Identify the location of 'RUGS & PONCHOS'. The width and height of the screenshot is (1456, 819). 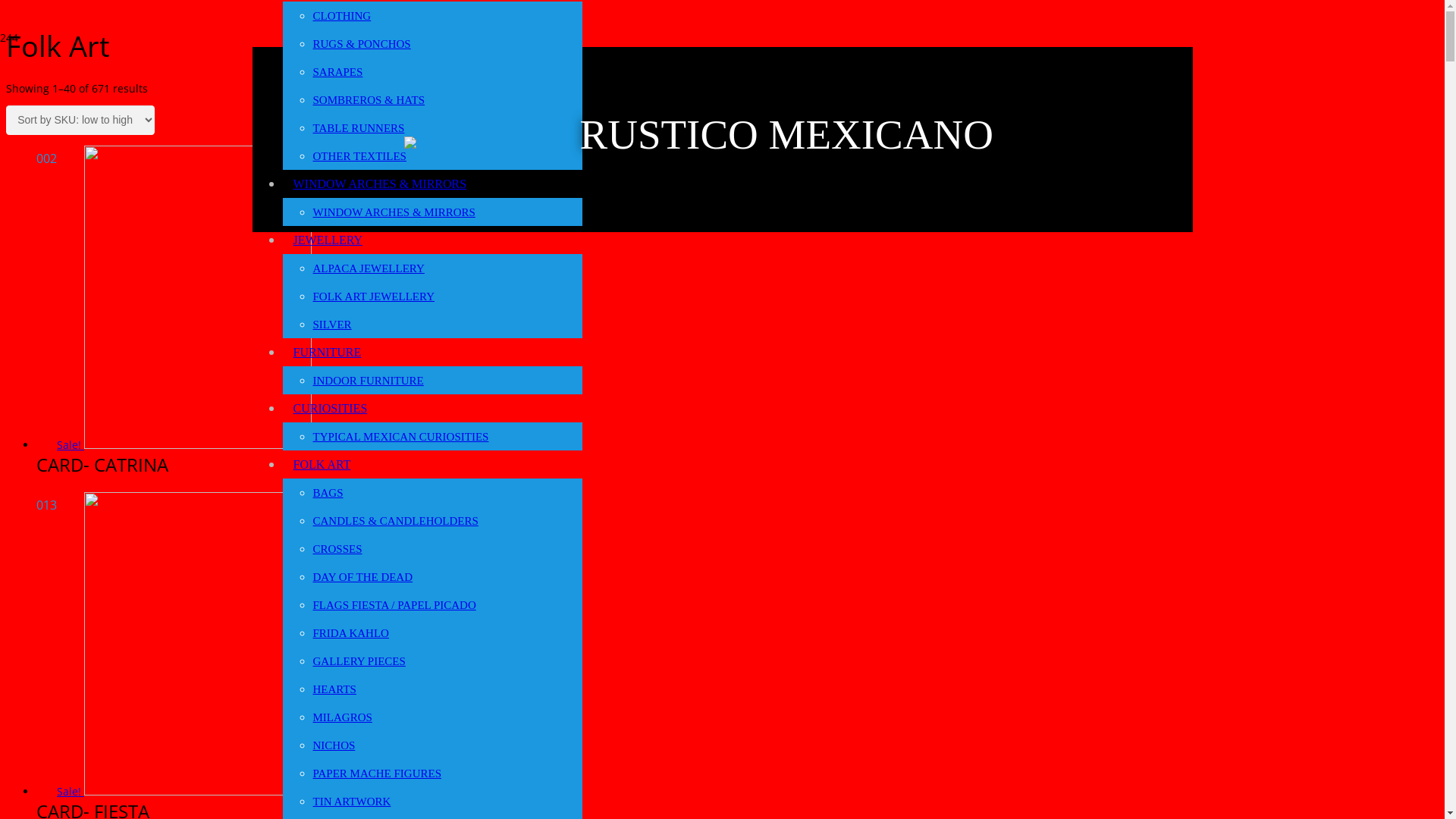
(360, 42).